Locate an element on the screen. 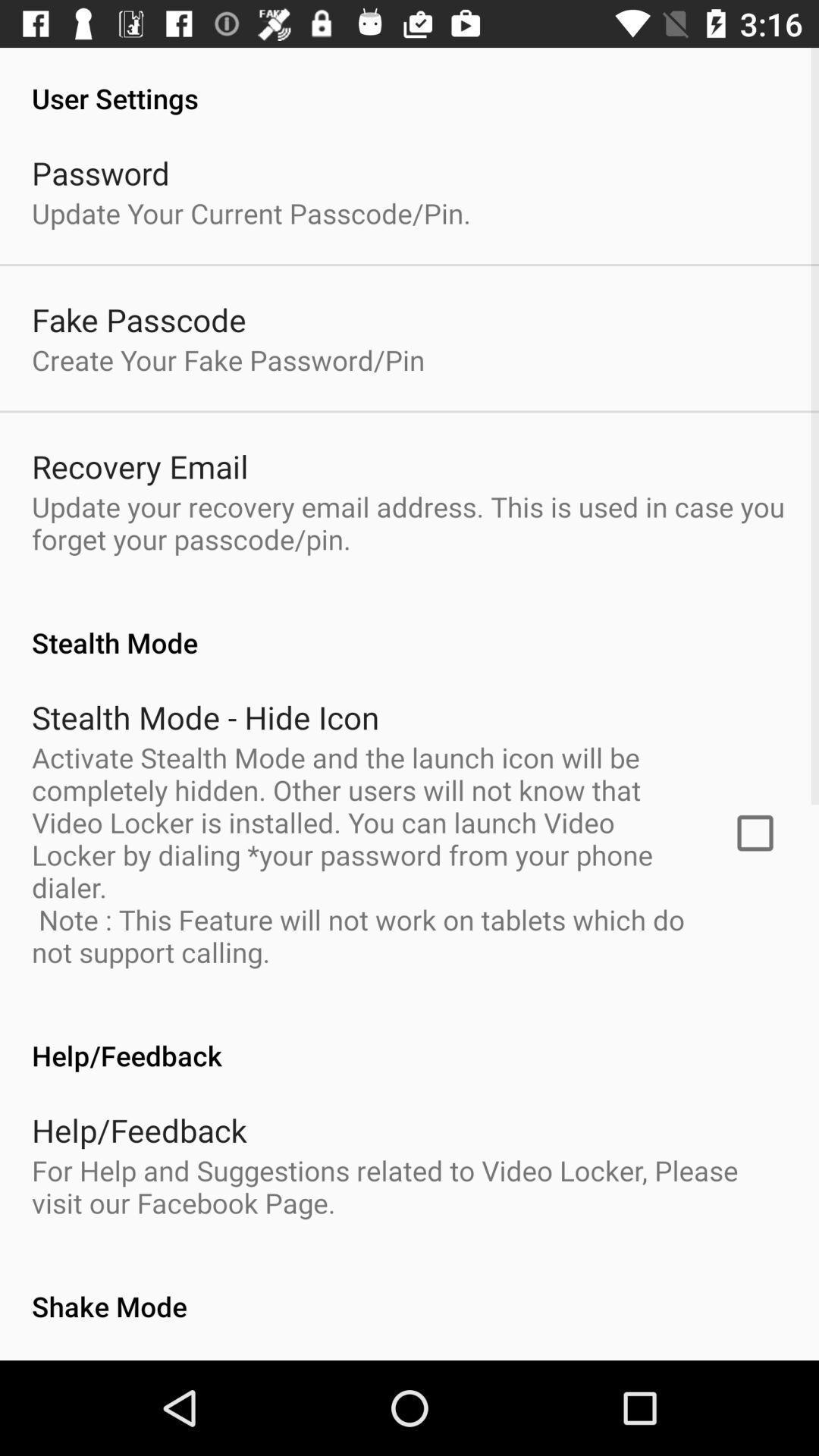 This screenshot has height=1456, width=819. item above the shake mode is located at coordinates (409, 1185).